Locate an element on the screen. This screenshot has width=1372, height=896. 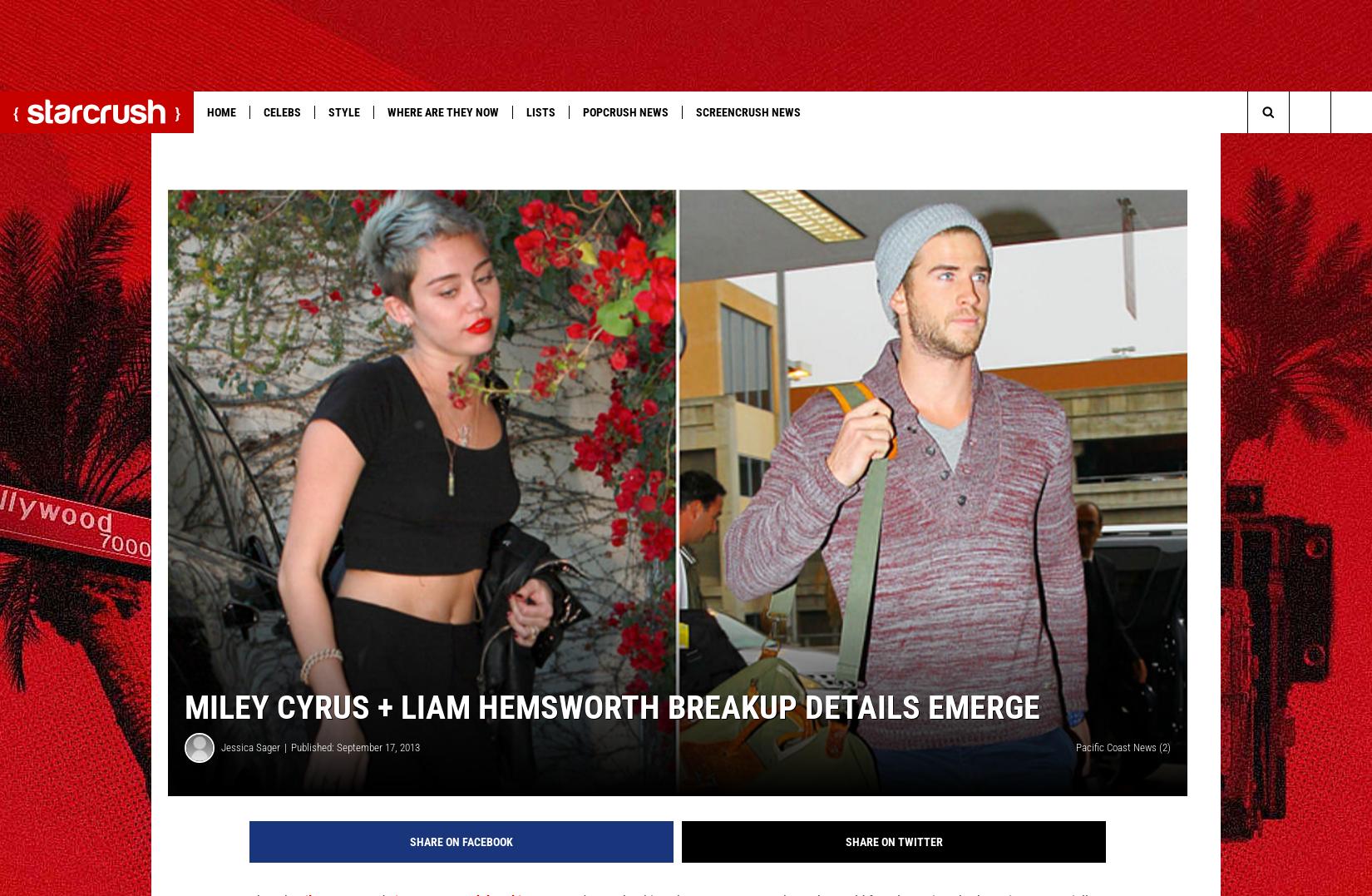
'Share on Facebook' is located at coordinates (461, 869).